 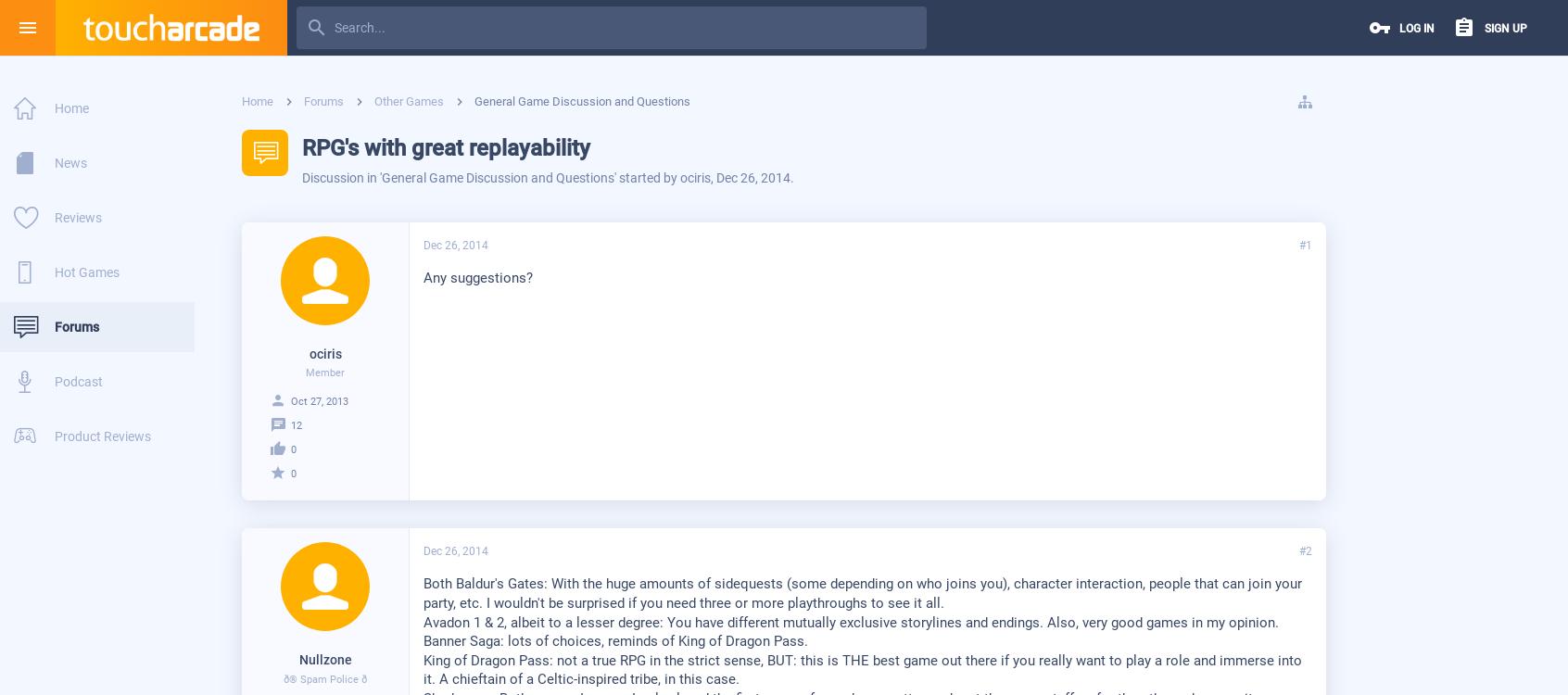 What do you see at coordinates (318, 401) in the screenshot?
I see `'Oct 27, 2013'` at bounding box center [318, 401].